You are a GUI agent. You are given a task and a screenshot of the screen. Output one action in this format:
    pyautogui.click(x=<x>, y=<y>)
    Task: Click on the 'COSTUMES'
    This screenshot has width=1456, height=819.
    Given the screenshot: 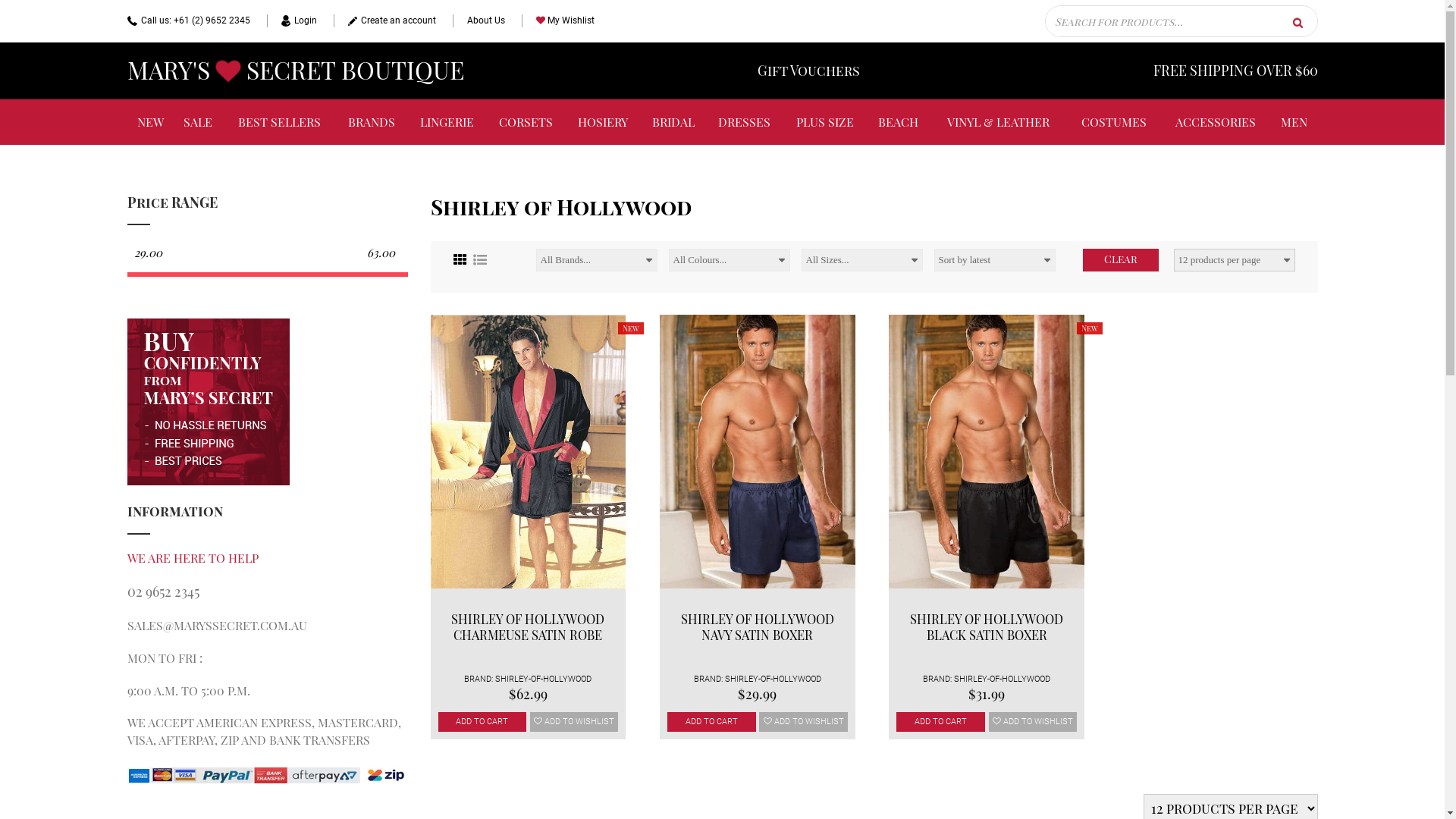 What is the action you would take?
    pyautogui.click(x=1113, y=121)
    